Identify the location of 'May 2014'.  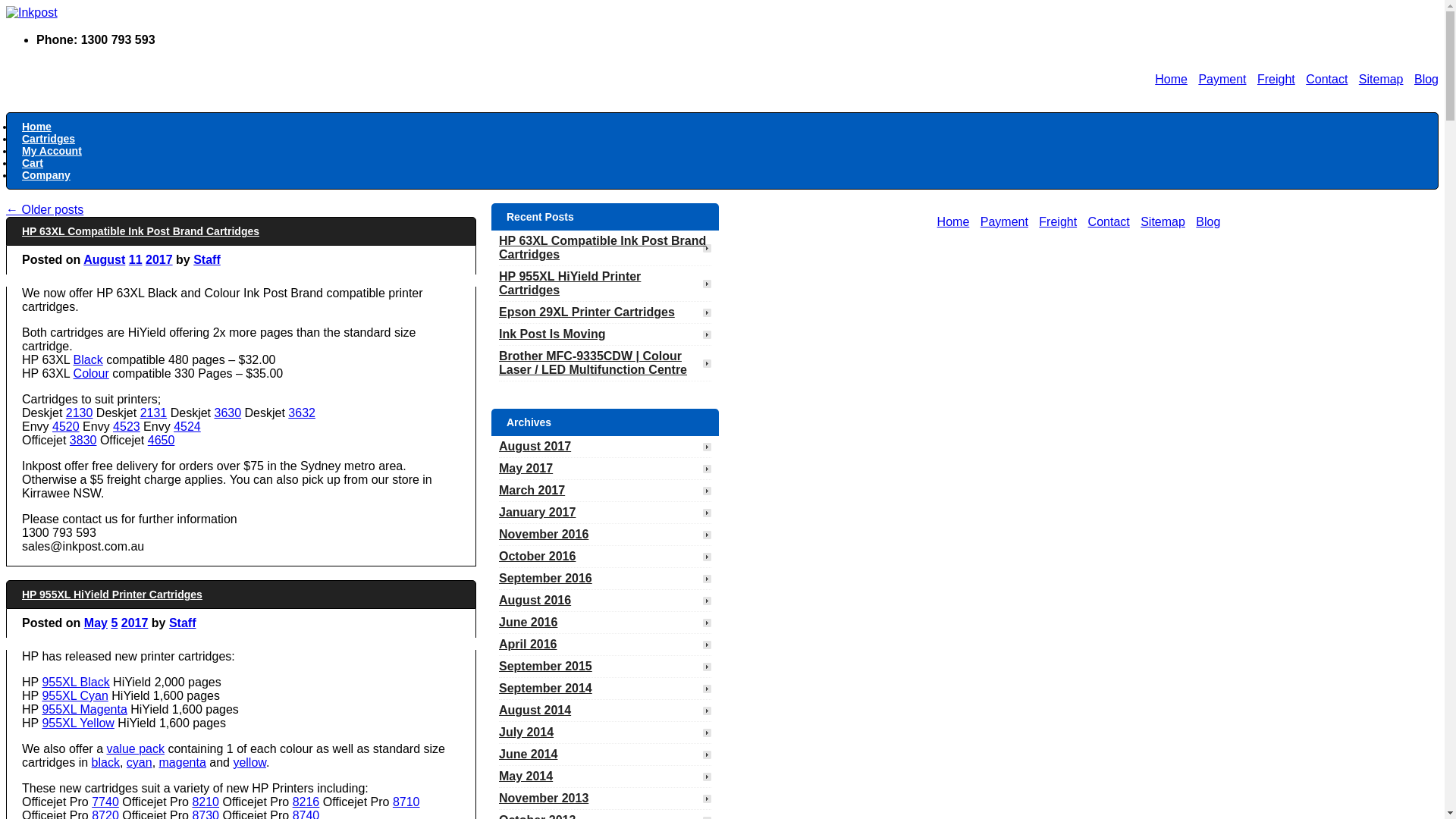
(498, 776).